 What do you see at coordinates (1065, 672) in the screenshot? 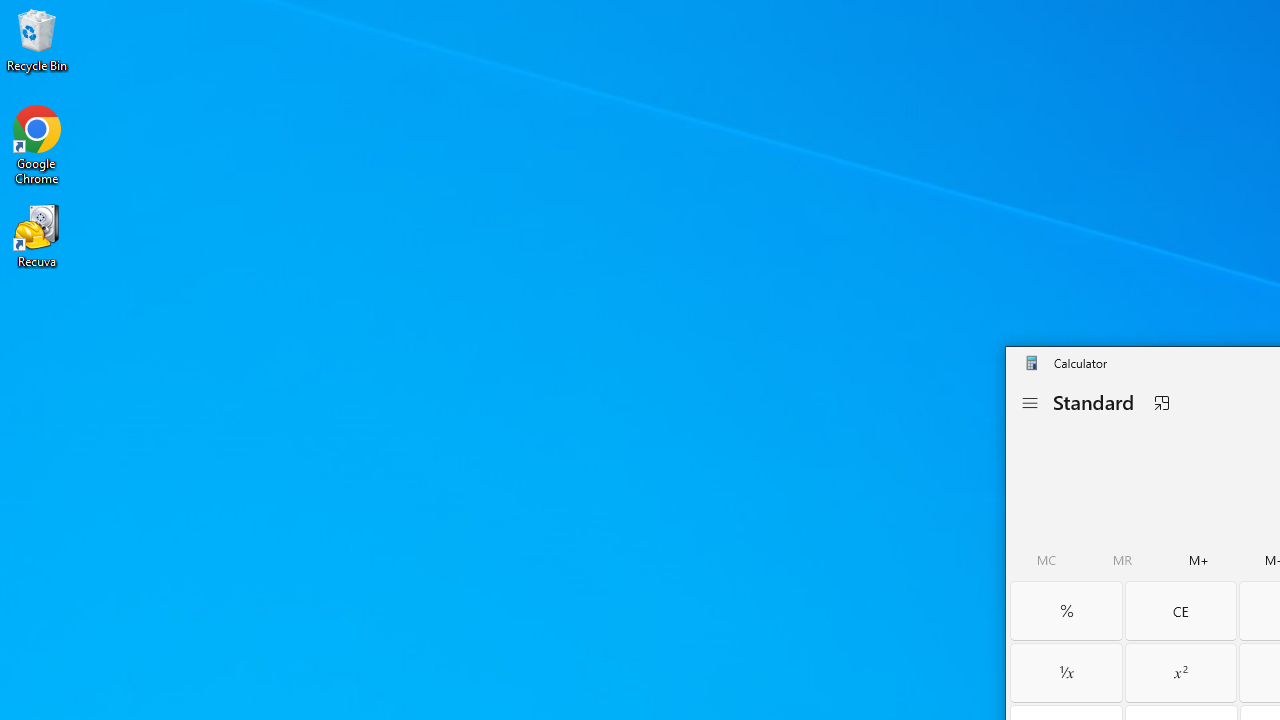
I see `'Reciprocal'` at bounding box center [1065, 672].